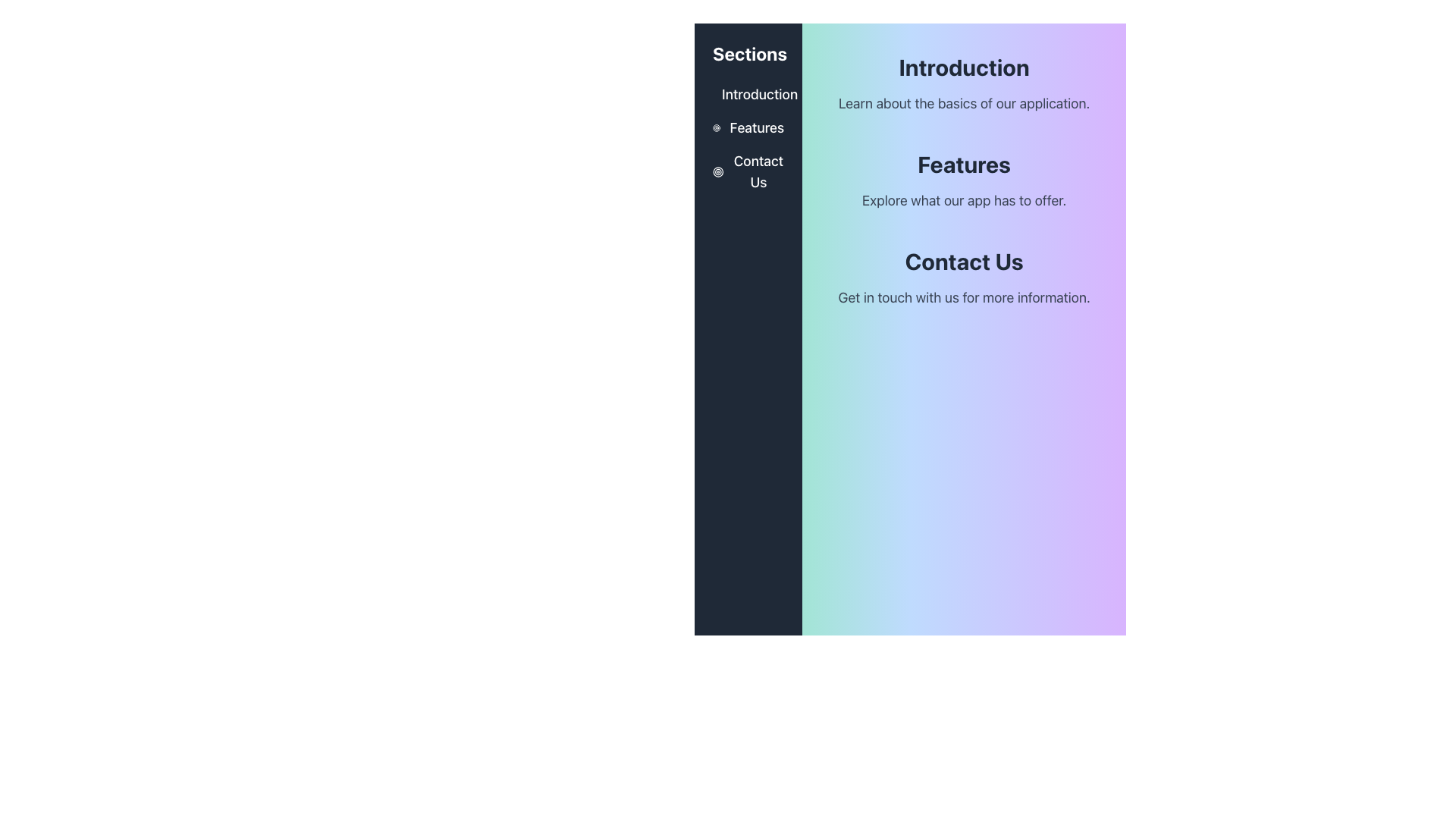 This screenshot has width=1456, height=819. What do you see at coordinates (716, 127) in the screenshot?
I see `the decorative icon located in the navigation column under the 'Sections' section, positioned directly to the left of the 'Features' text` at bounding box center [716, 127].